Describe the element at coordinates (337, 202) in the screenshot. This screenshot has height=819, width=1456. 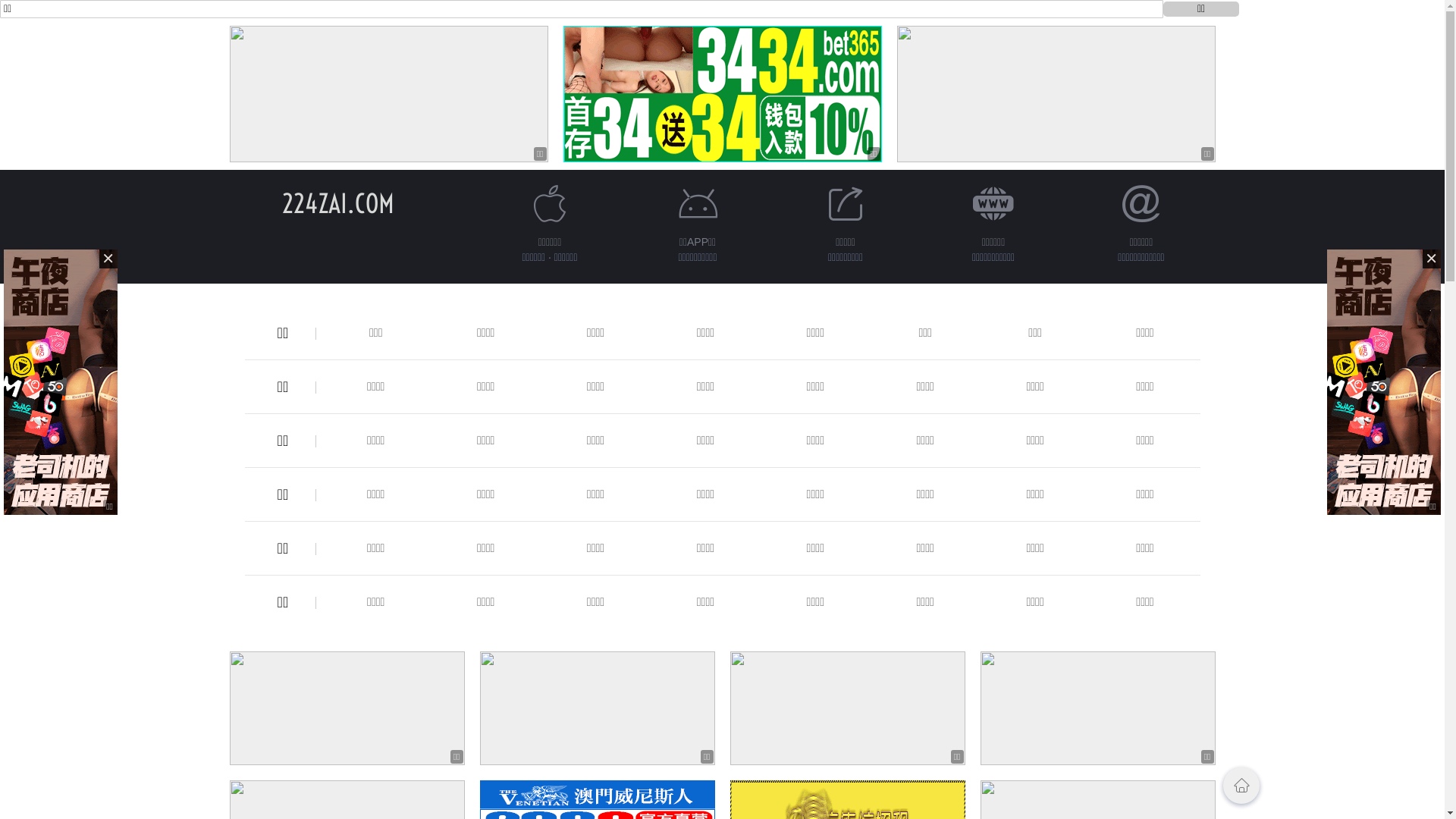
I see `'224ZAI.COM'` at that location.